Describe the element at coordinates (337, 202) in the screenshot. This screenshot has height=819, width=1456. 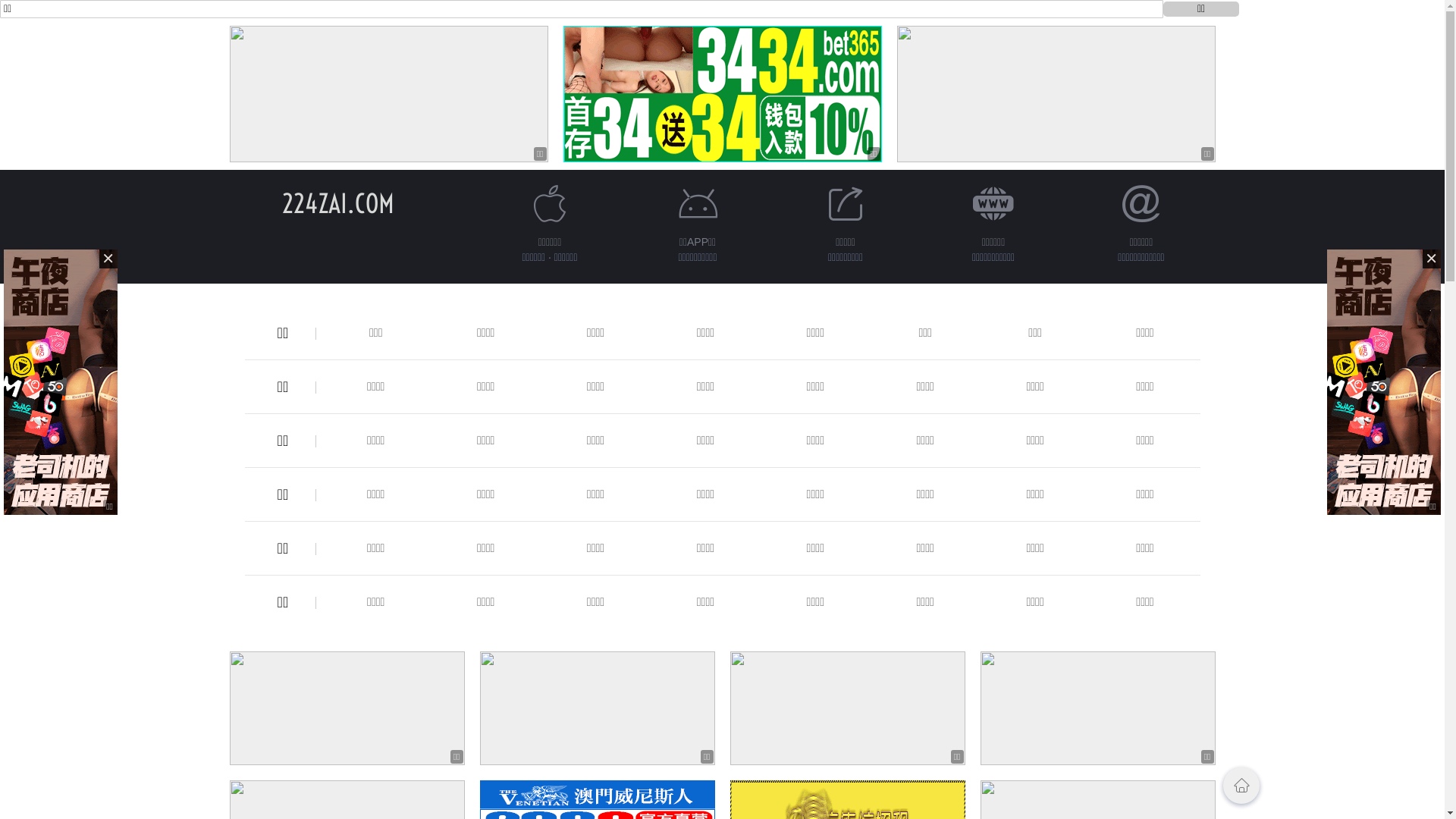
I see `'224ZAI.COM'` at that location.